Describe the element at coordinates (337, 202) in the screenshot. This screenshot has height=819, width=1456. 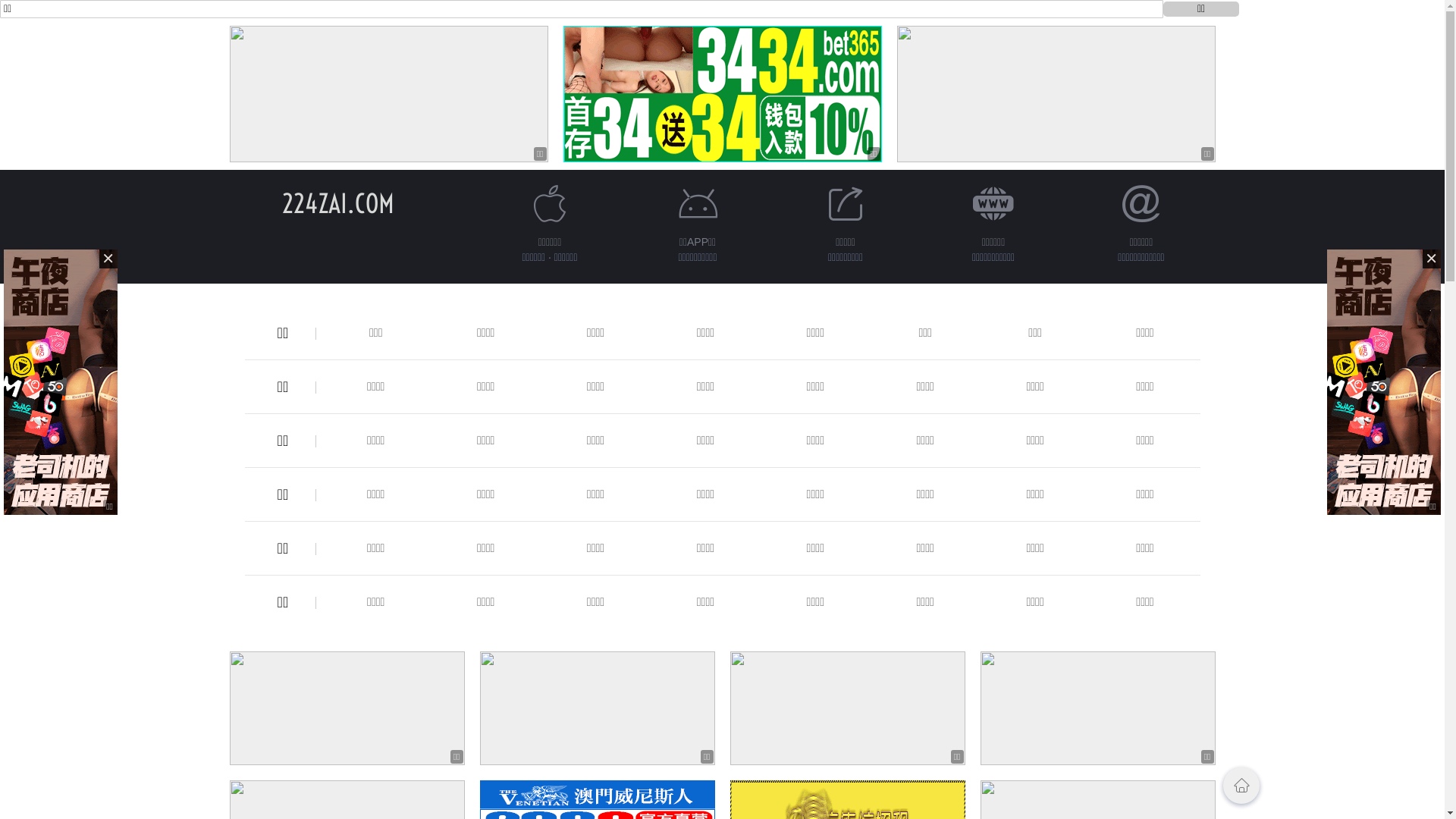
I see `'224ZAI.COM'` at that location.